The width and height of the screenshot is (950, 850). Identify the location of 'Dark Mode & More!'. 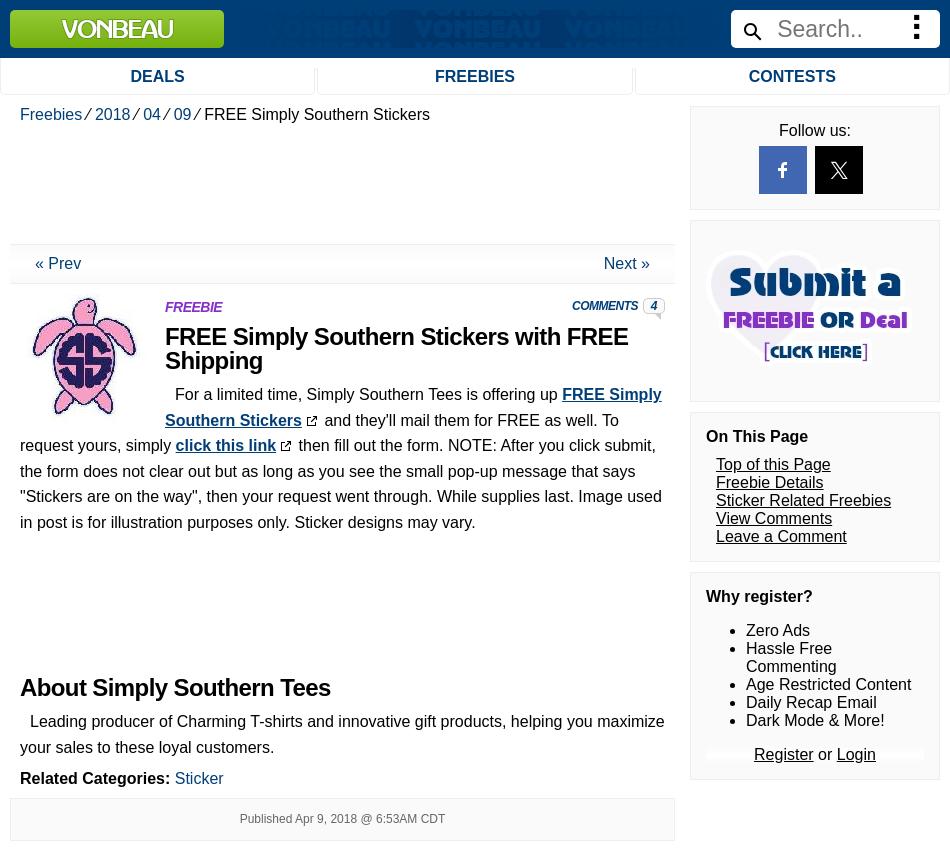
(814, 220).